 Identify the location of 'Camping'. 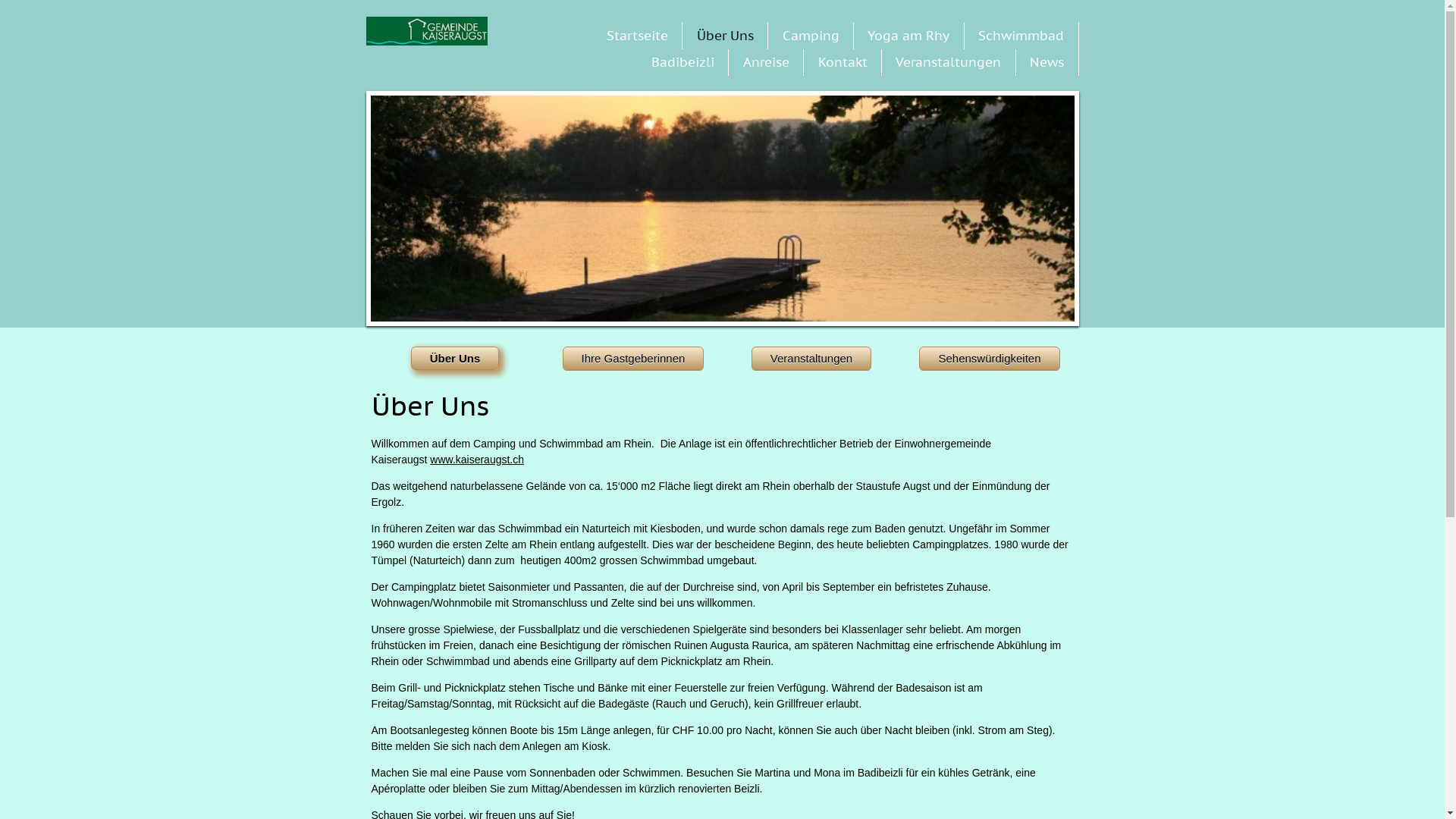
(810, 34).